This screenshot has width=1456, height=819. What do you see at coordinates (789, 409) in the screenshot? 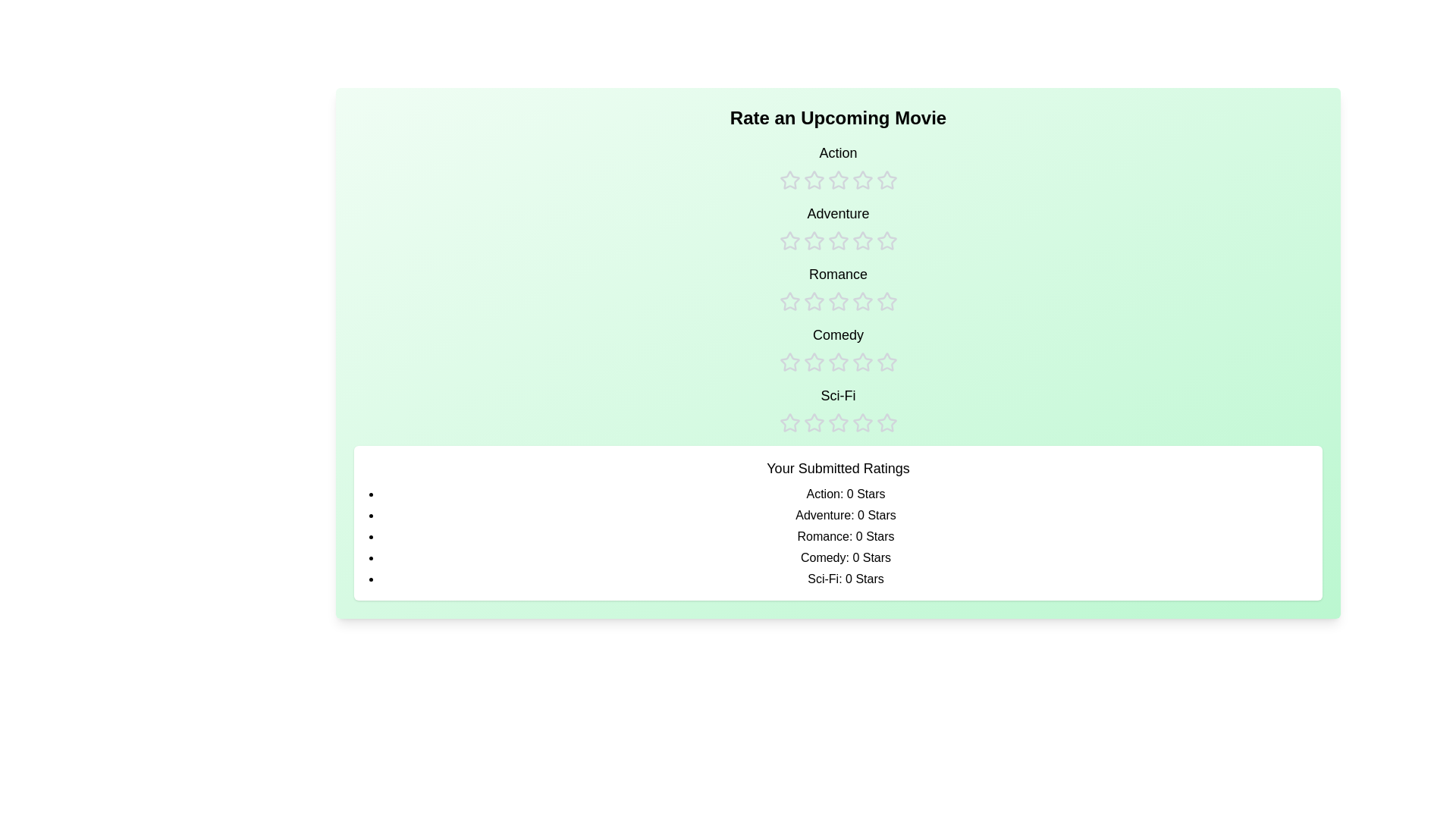
I see `the rating for the Sci-Fi category to 1 stars` at bounding box center [789, 409].